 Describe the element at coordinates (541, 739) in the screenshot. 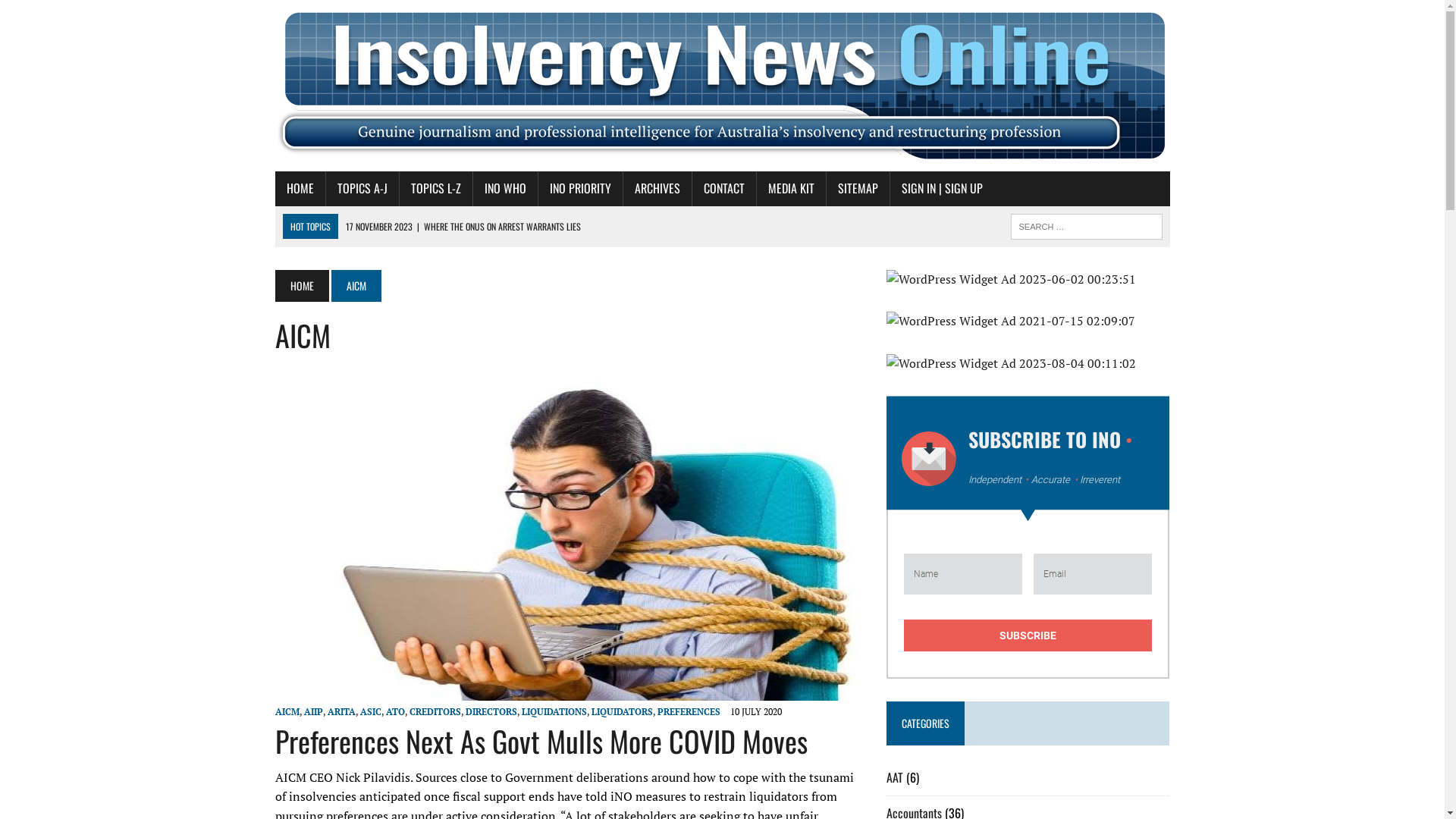

I see `'Preferences Next As Govt Mulls More COVID Moves'` at that location.